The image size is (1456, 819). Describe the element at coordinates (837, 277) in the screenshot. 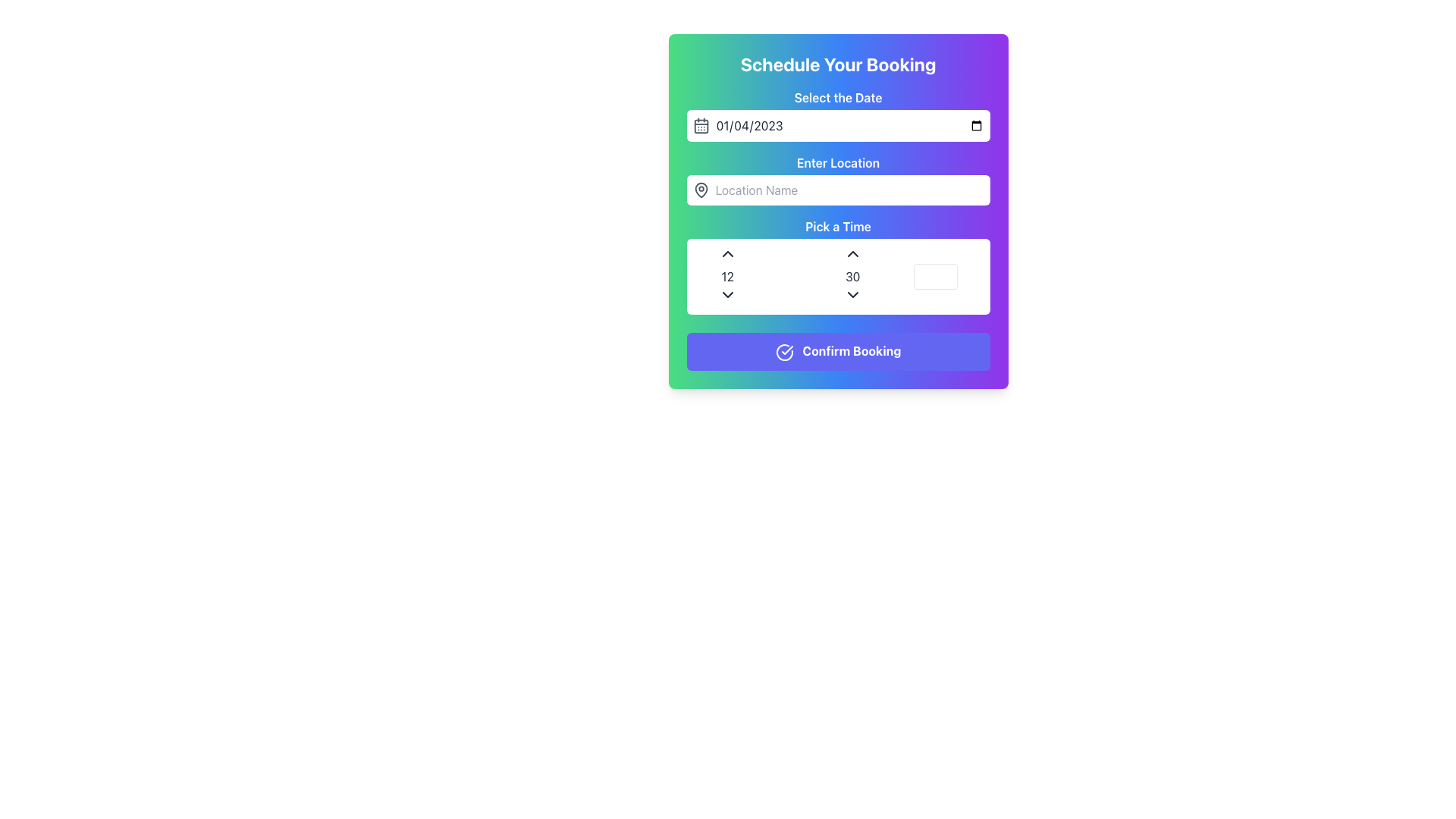

I see `the interactive time picker UI component located below the 'Pick a Time' text` at that location.